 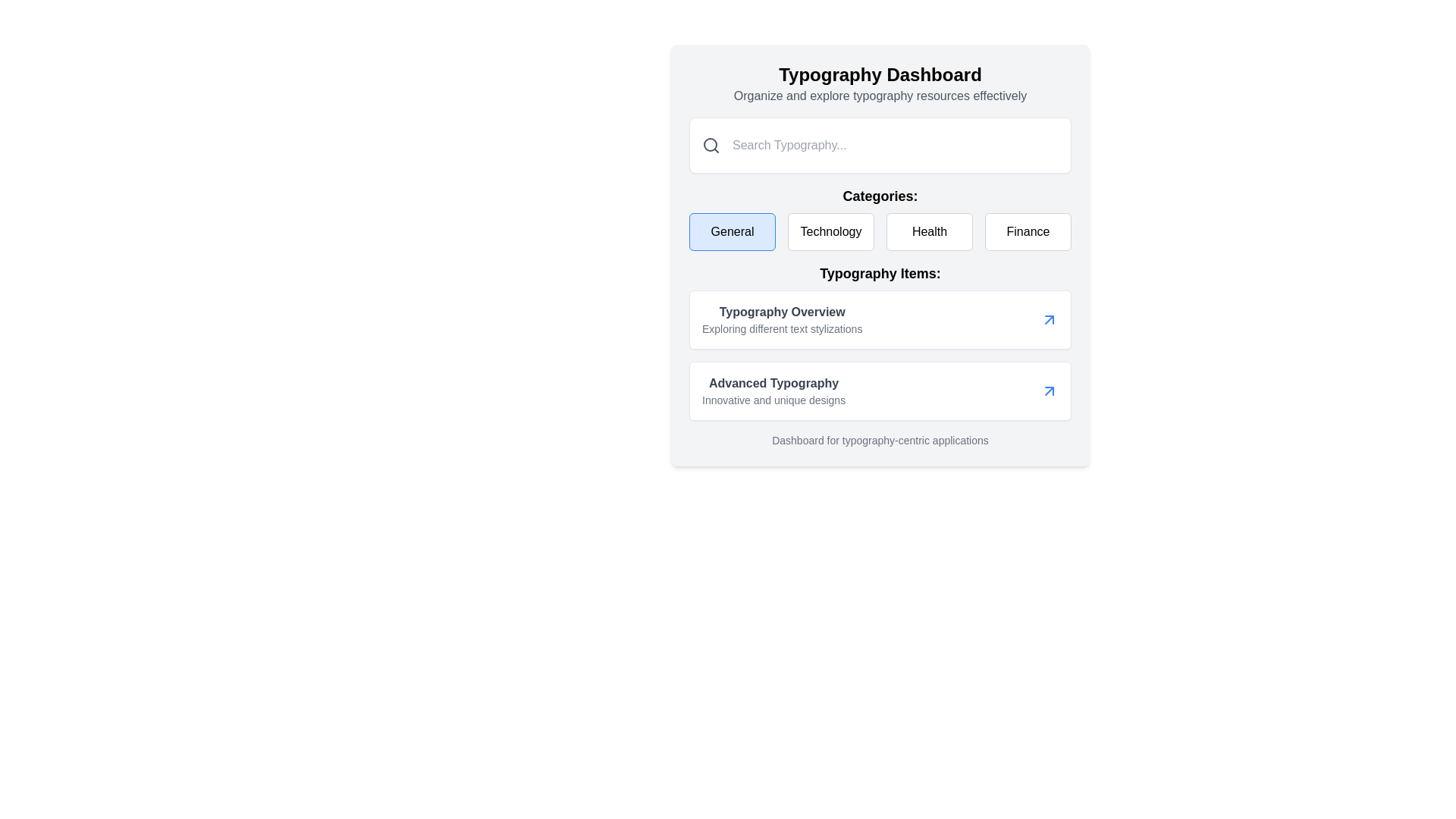 What do you see at coordinates (773, 400) in the screenshot?
I see `the descriptive subtitle text label located below 'Advanced Typography,' which provides additional information about its content` at bounding box center [773, 400].